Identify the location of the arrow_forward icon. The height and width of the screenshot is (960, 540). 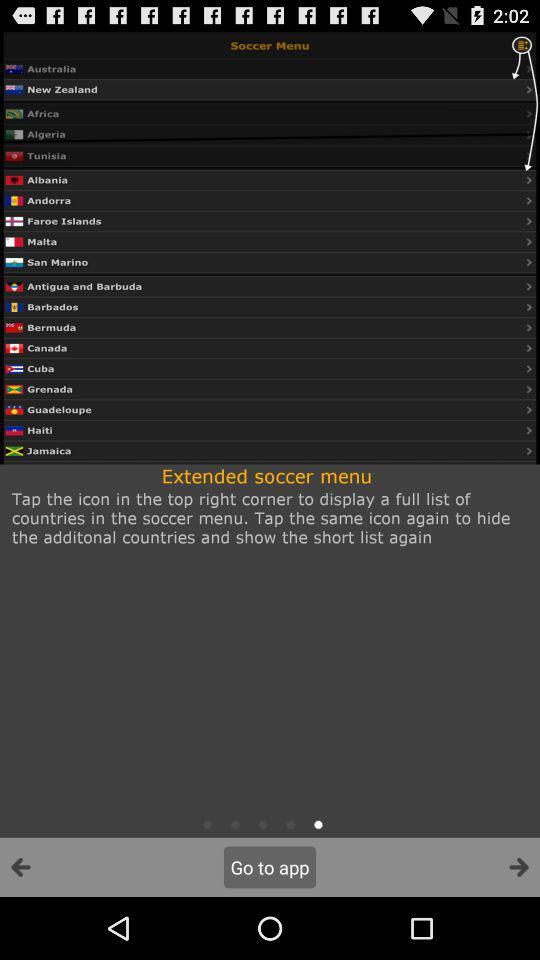
(518, 928).